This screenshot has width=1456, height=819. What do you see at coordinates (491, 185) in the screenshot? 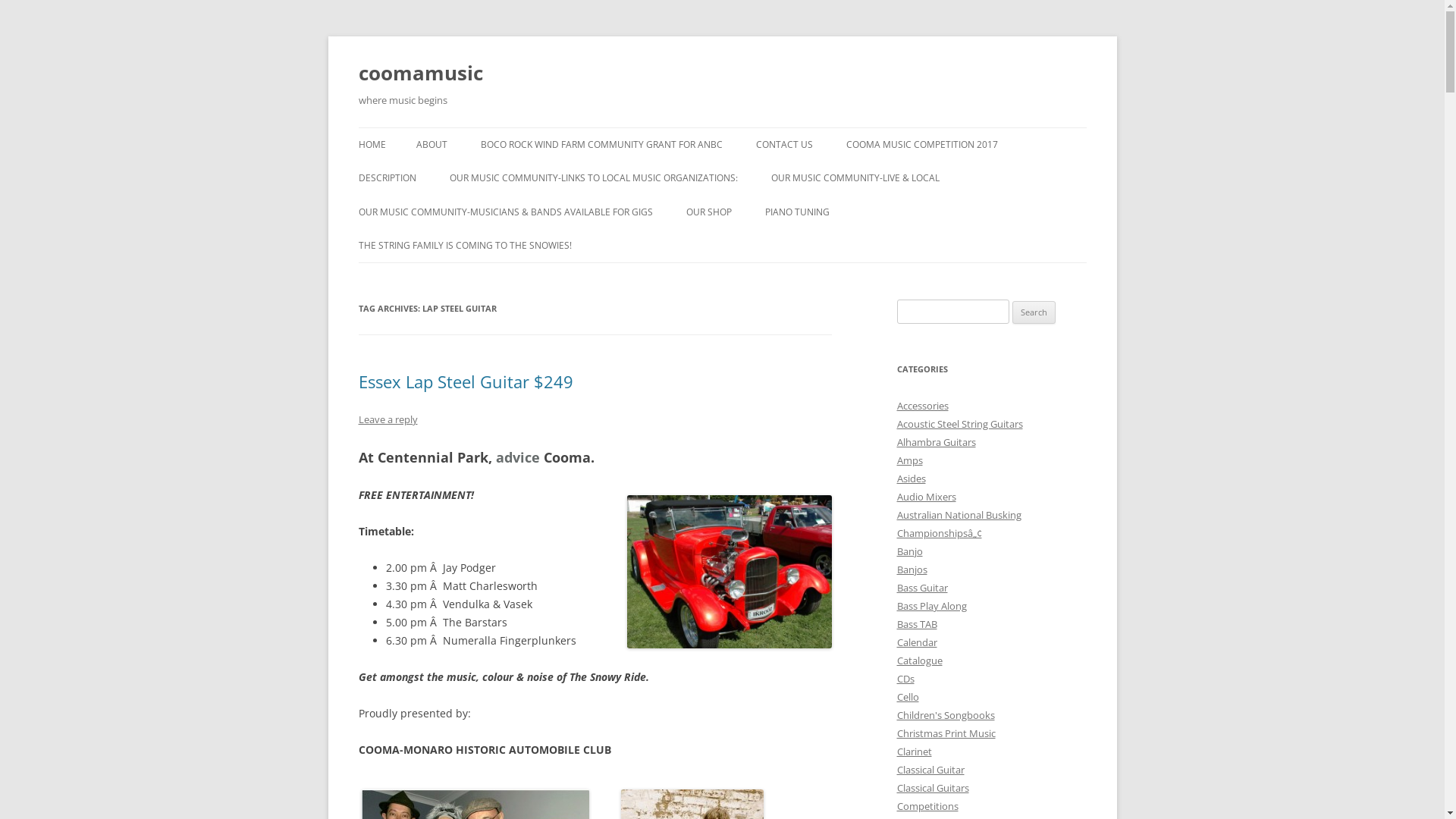
I see `'COOMA MUSIC COMPETITION 2010'` at bounding box center [491, 185].